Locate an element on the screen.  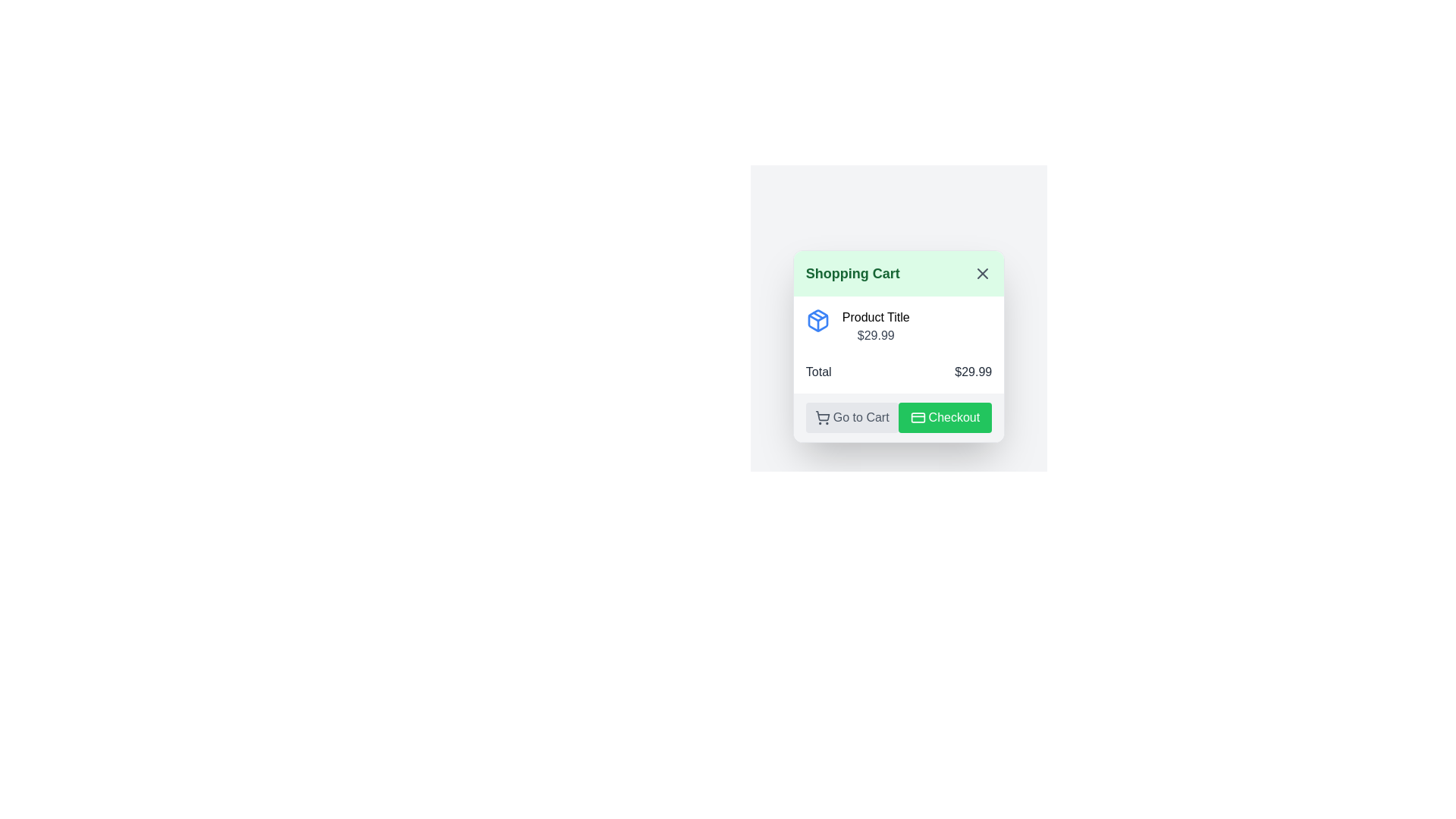
the graphical icon representing a product in the shopping cart interface, located at the left of the product details is located at coordinates (817, 320).